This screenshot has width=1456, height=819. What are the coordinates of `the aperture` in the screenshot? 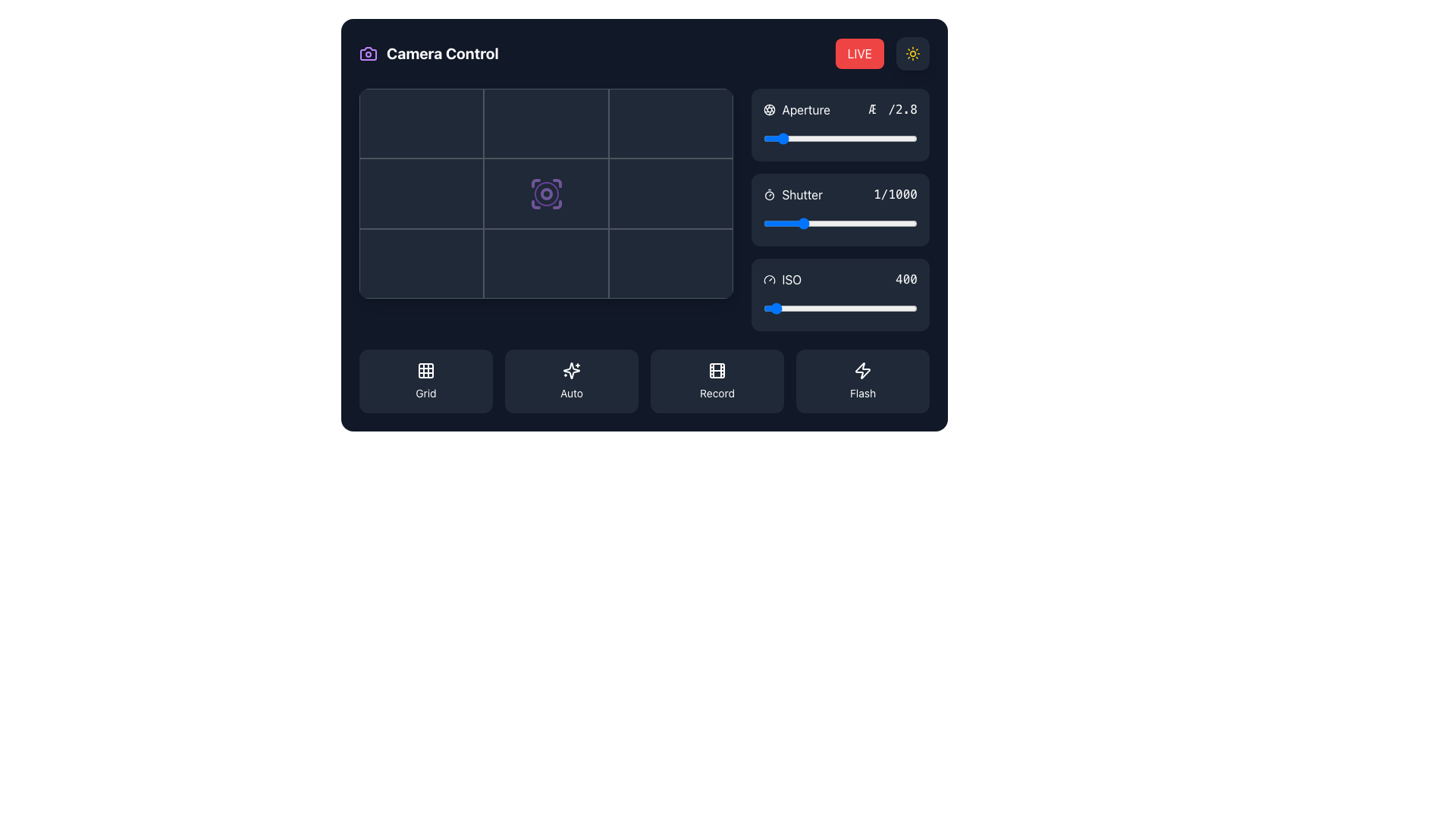 It's located at (833, 138).